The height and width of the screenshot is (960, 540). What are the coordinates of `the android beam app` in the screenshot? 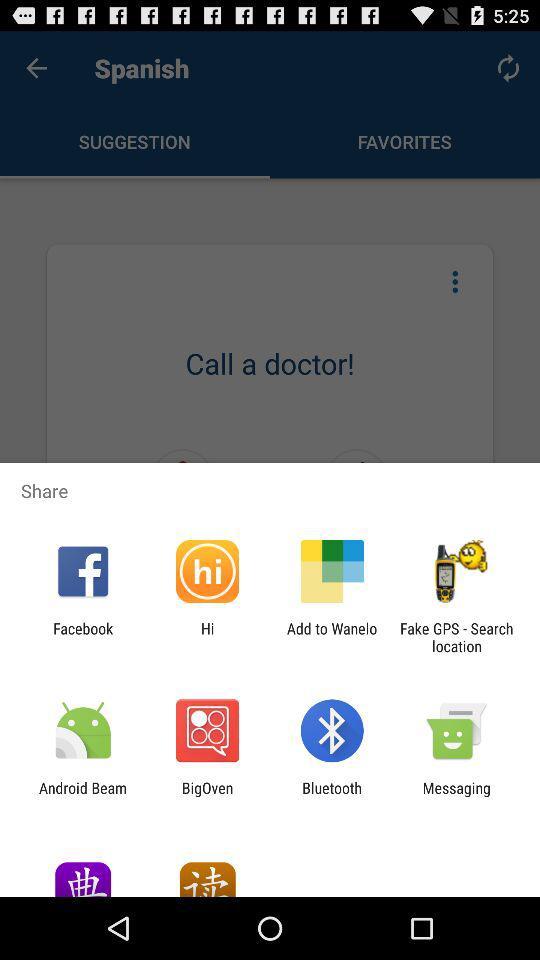 It's located at (82, 796).